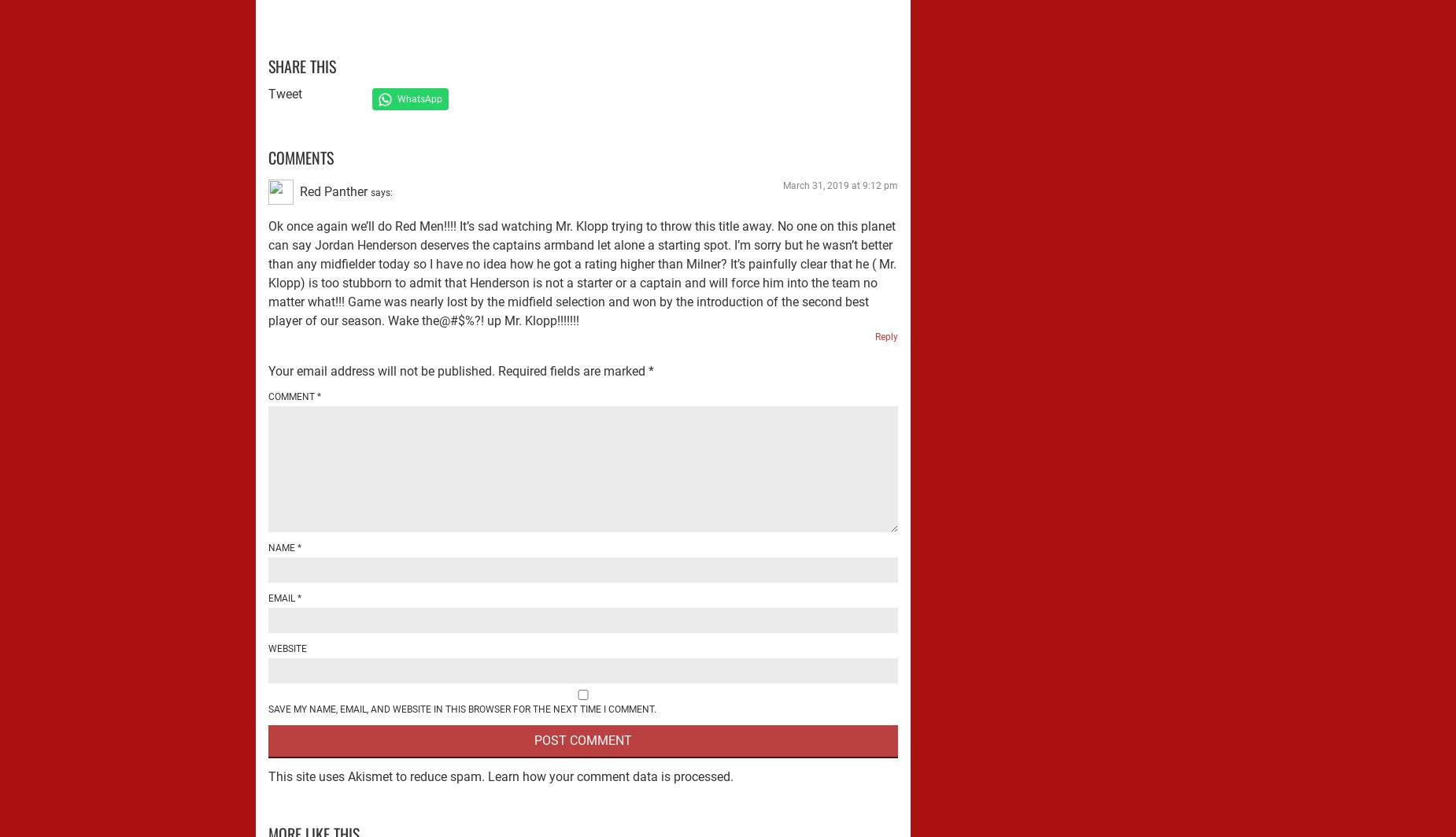 The image size is (1456, 837). Describe the element at coordinates (282, 546) in the screenshot. I see `'Name'` at that location.